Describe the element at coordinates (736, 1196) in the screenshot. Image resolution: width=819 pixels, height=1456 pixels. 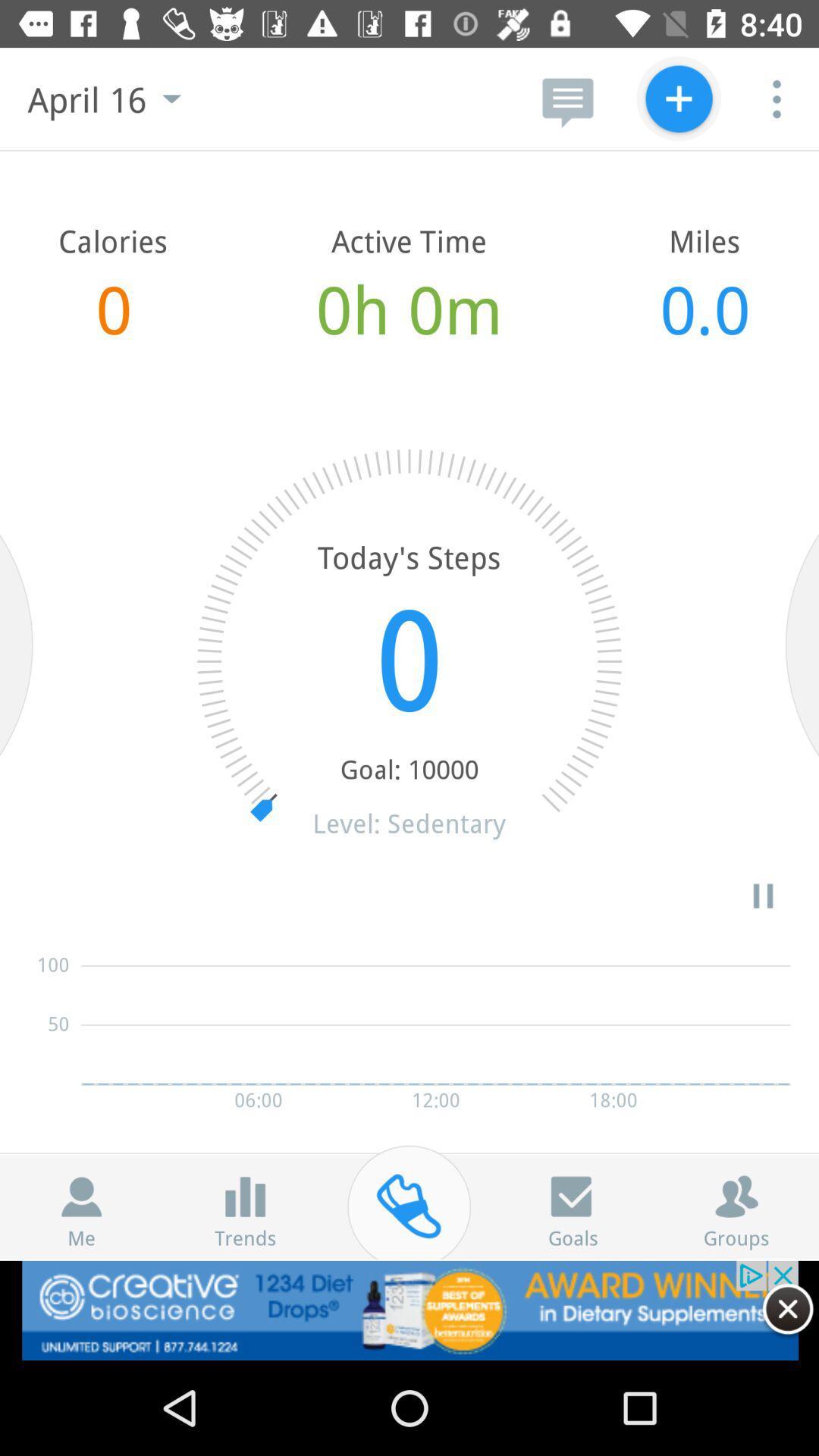
I see `the avatar icon` at that location.